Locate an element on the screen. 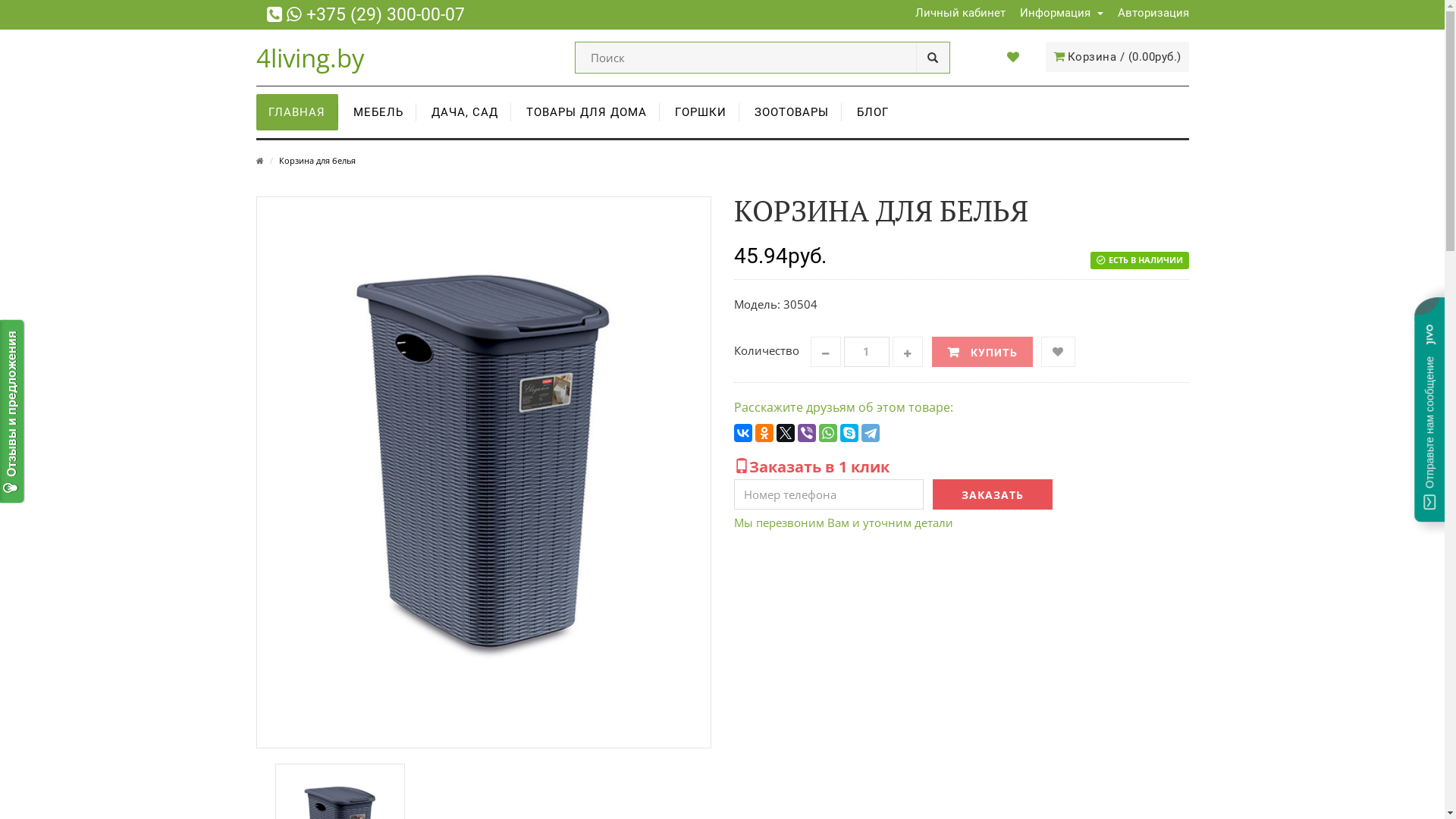 This screenshot has height=819, width=1456. 'Telegram' is located at coordinates (870, 432).